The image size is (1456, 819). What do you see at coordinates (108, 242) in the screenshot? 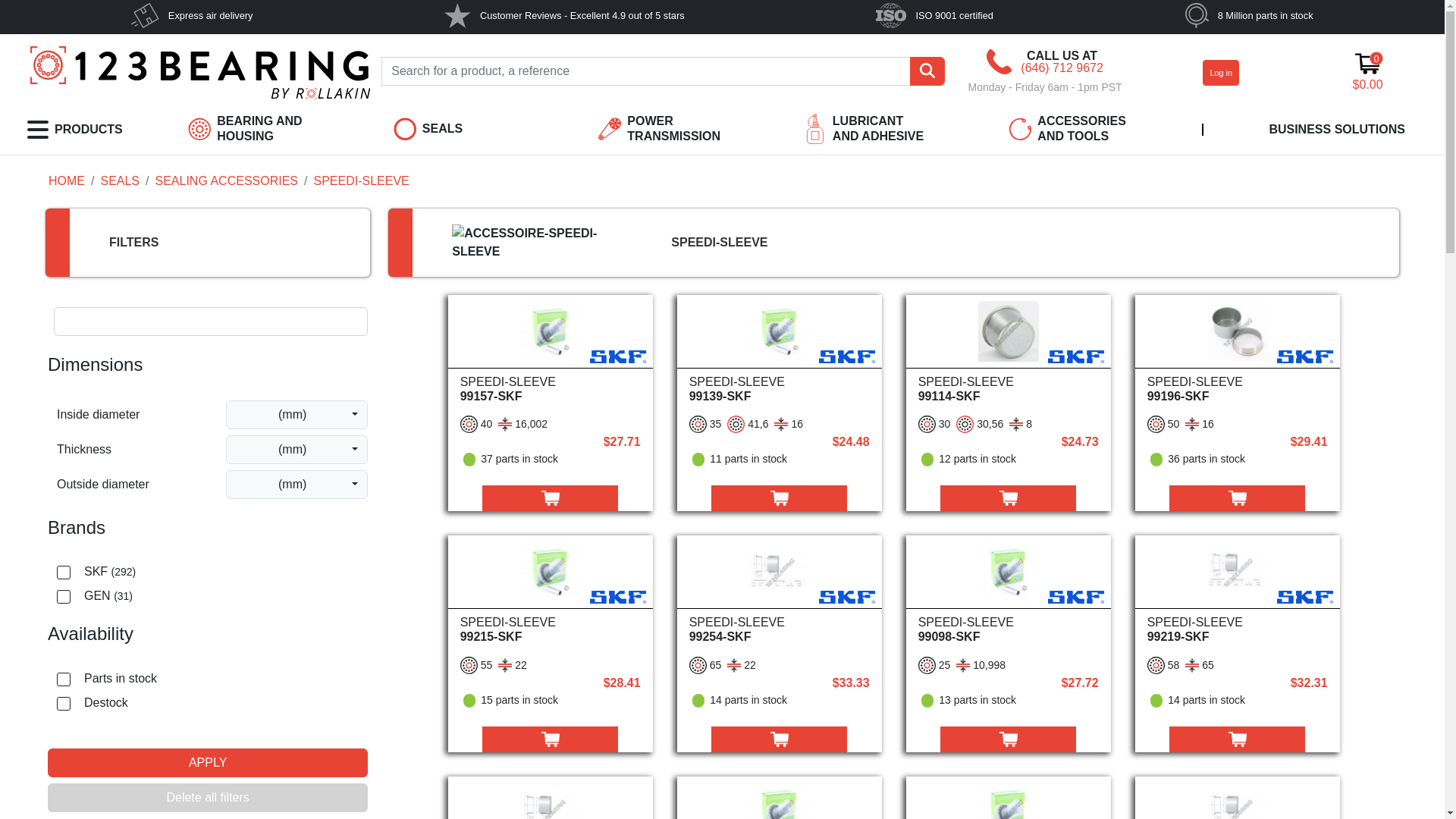
I see `'FILTERS'` at bounding box center [108, 242].